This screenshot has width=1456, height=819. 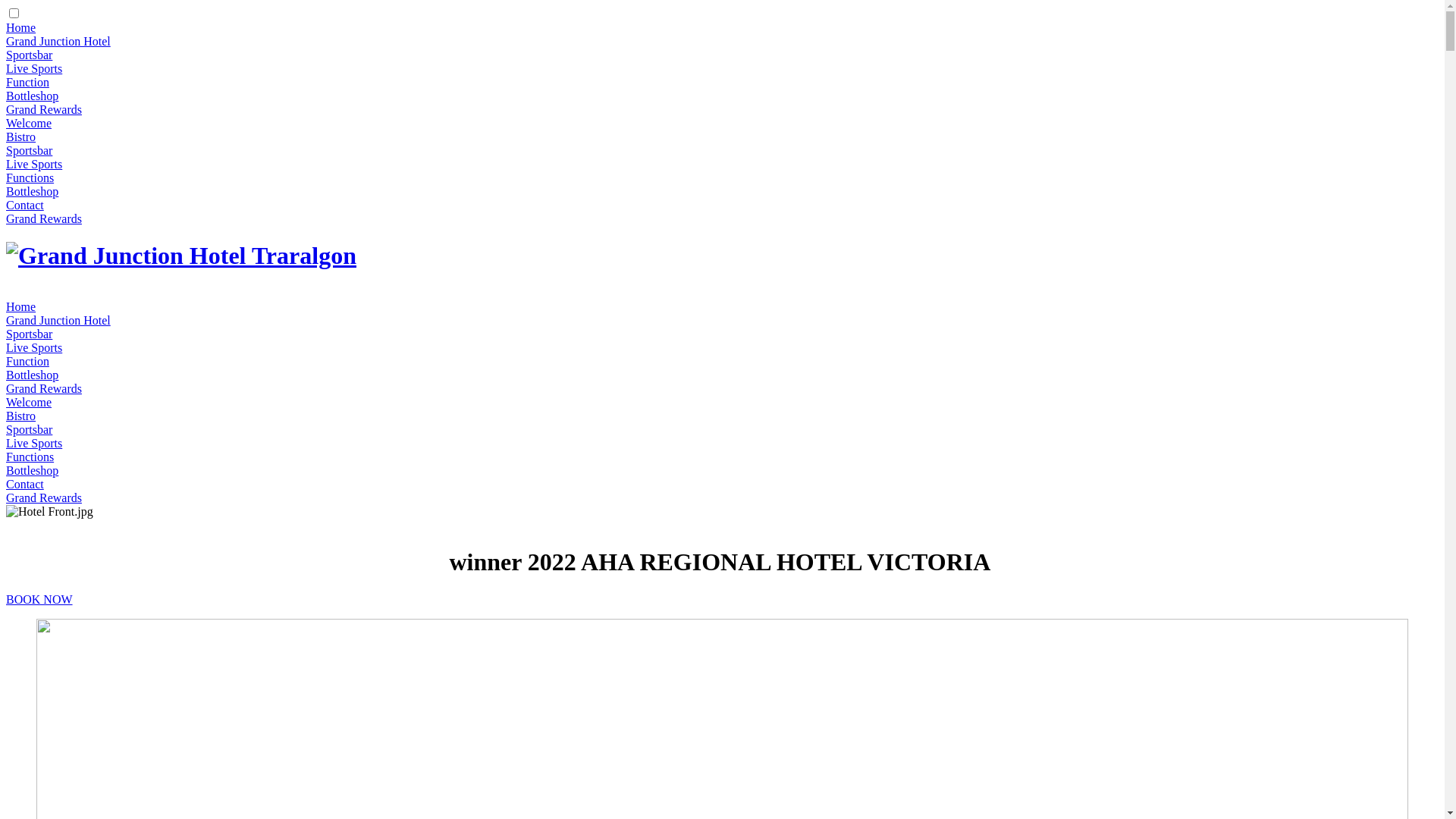 What do you see at coordinates (20, 306) in the screenshot?
I see `'Home'` at bounding box center [20, 306].